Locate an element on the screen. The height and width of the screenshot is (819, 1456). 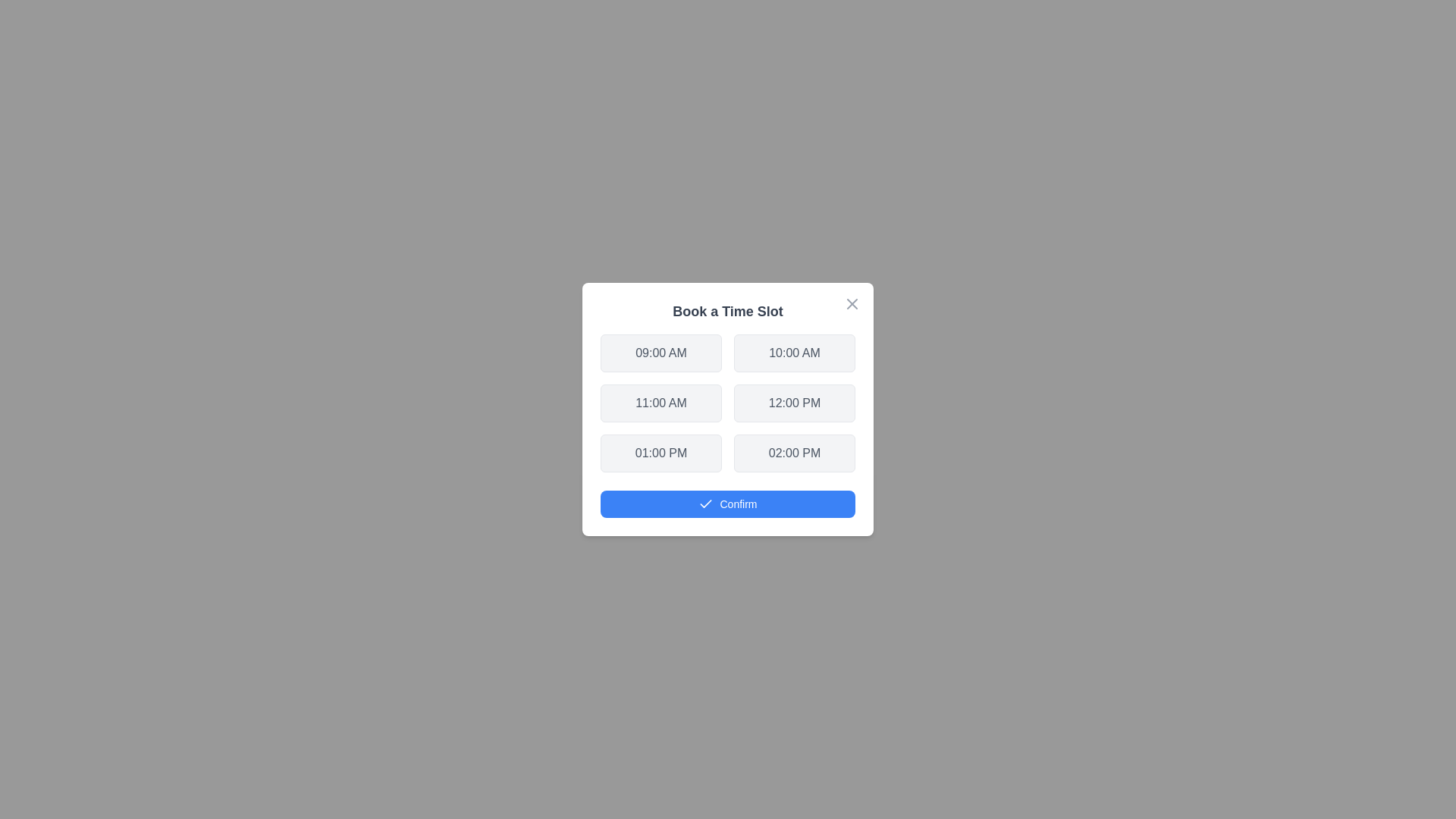
close button at the top-right corner of the dialog is located at coordinates (852, 304).